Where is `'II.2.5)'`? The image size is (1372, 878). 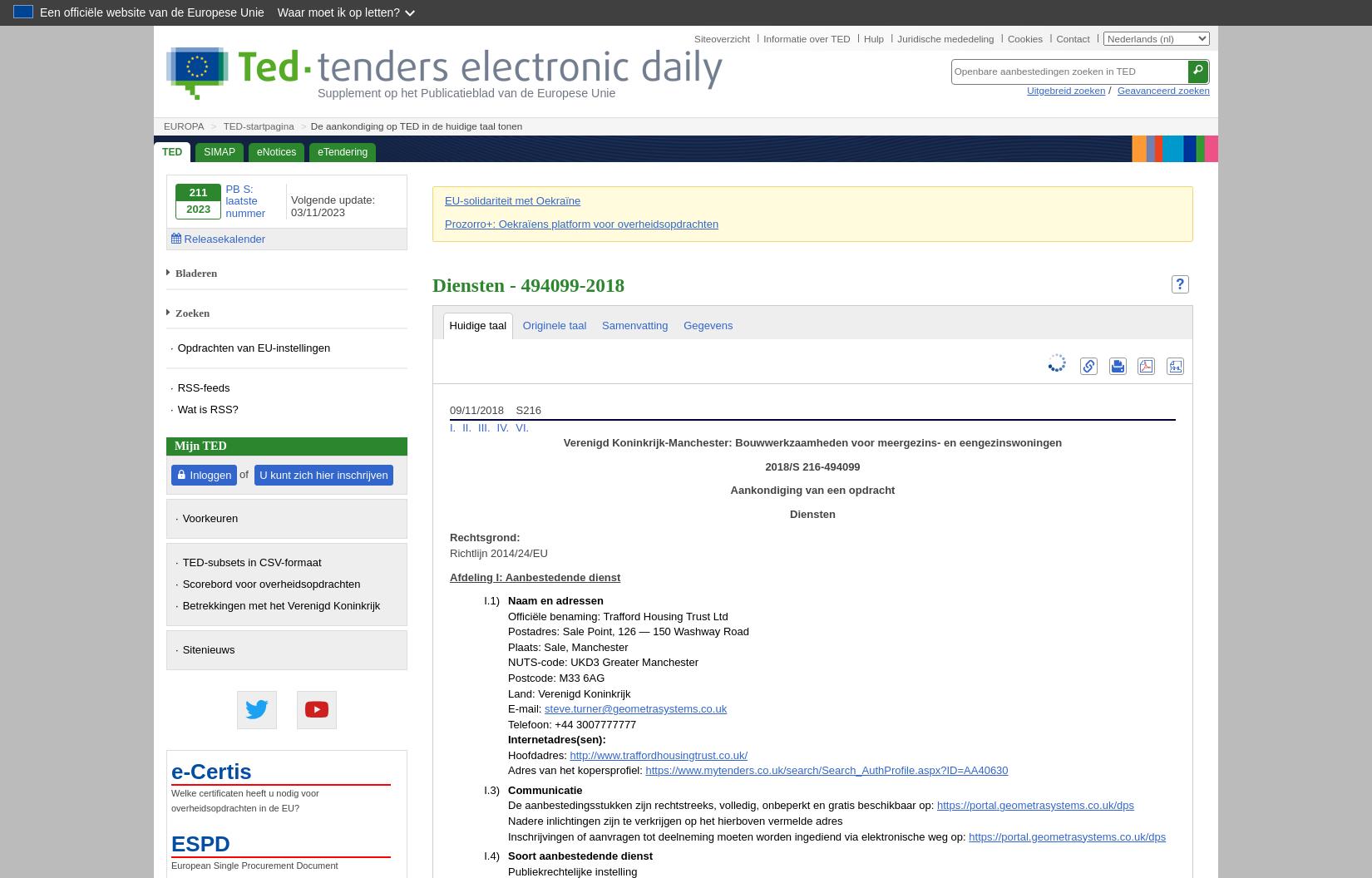 'II.2.5)' is located at coordinates (484, 326).